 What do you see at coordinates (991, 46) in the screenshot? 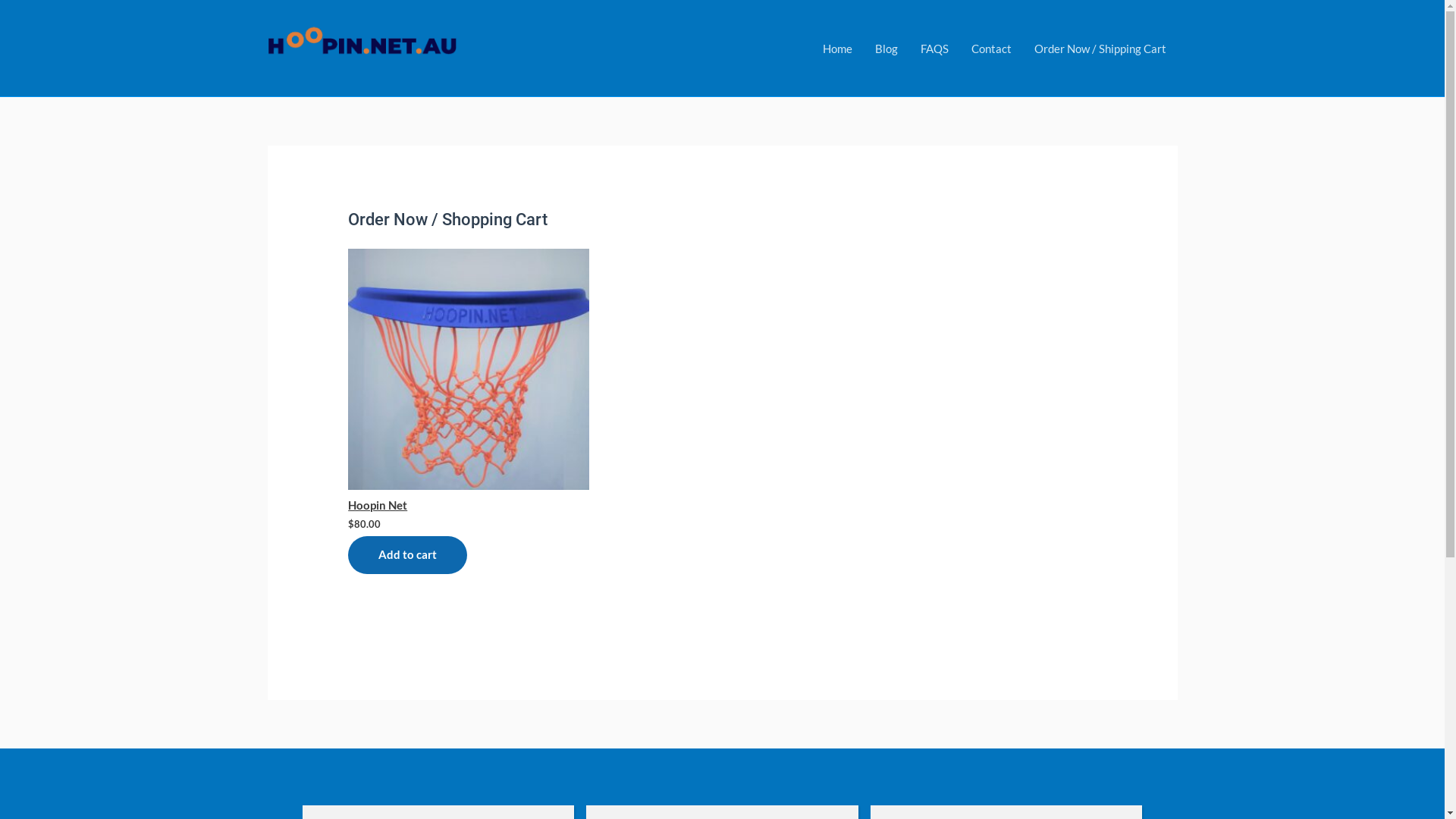
I see `'Contact'` at bounding box center [991, 46].